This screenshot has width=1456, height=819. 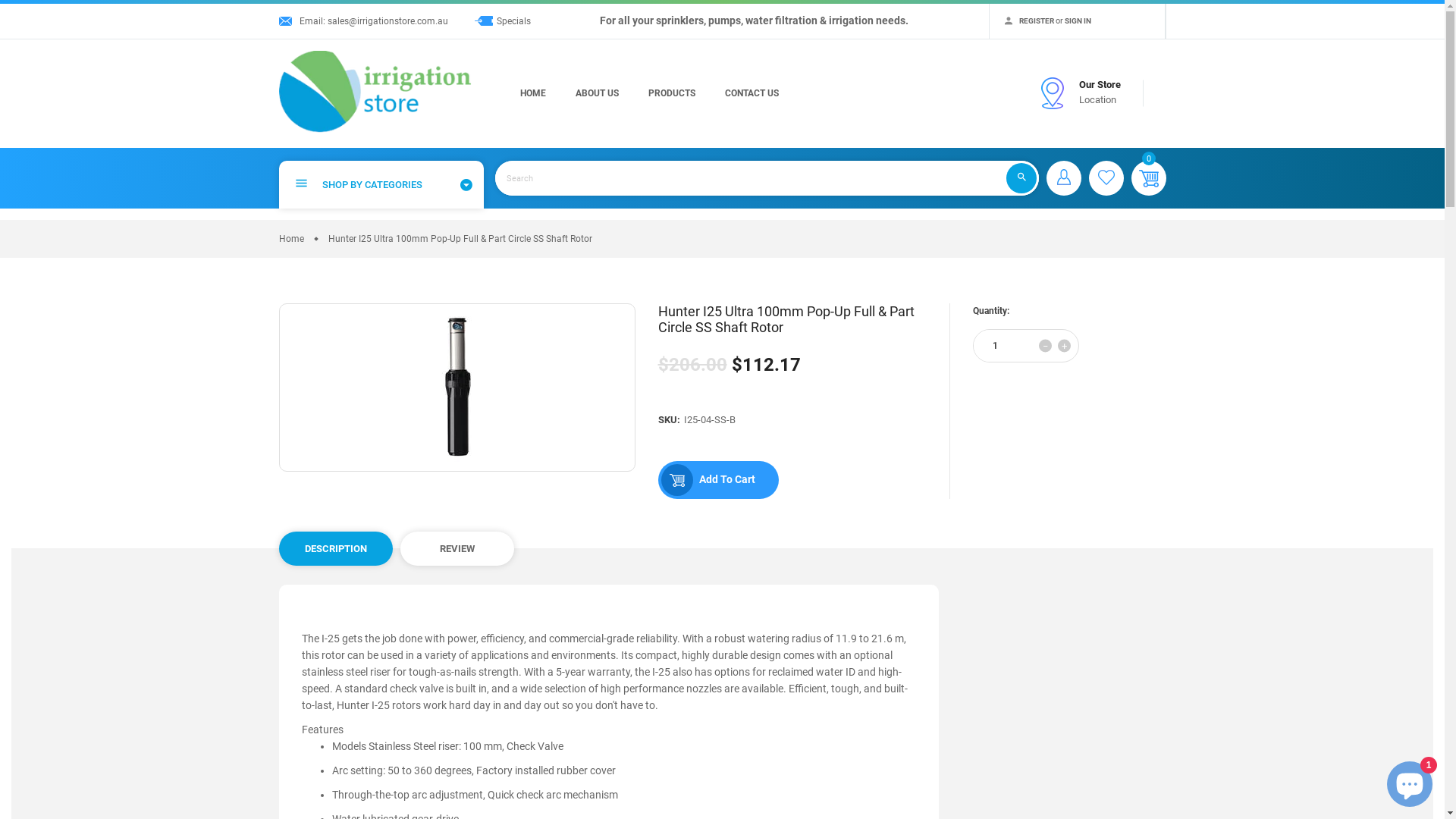 I want to click on 'HOME', so click(x=532, y=93).